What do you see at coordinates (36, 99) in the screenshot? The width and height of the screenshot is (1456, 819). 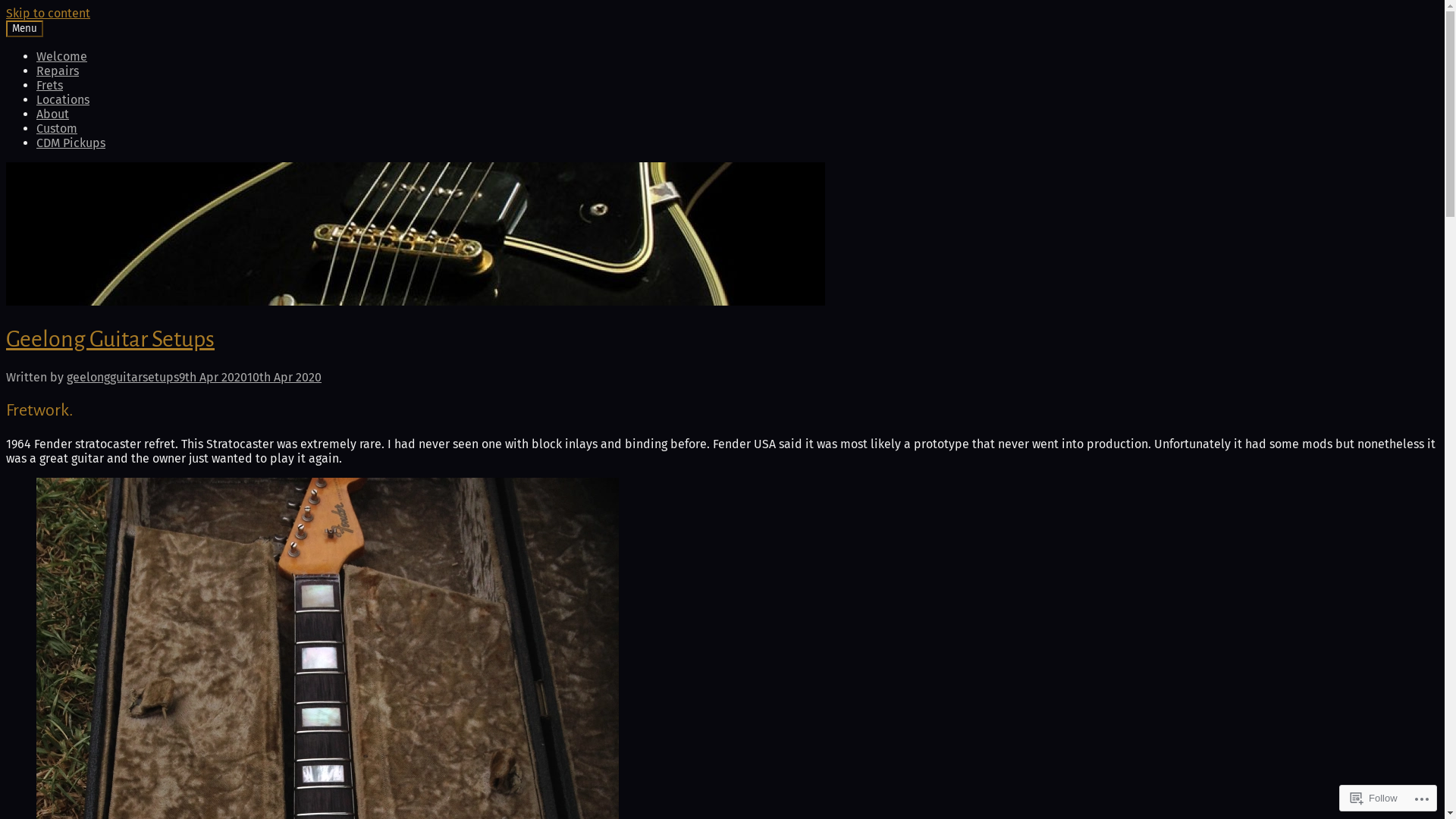 I see `'Locations'` at bounding box center [36, 99].